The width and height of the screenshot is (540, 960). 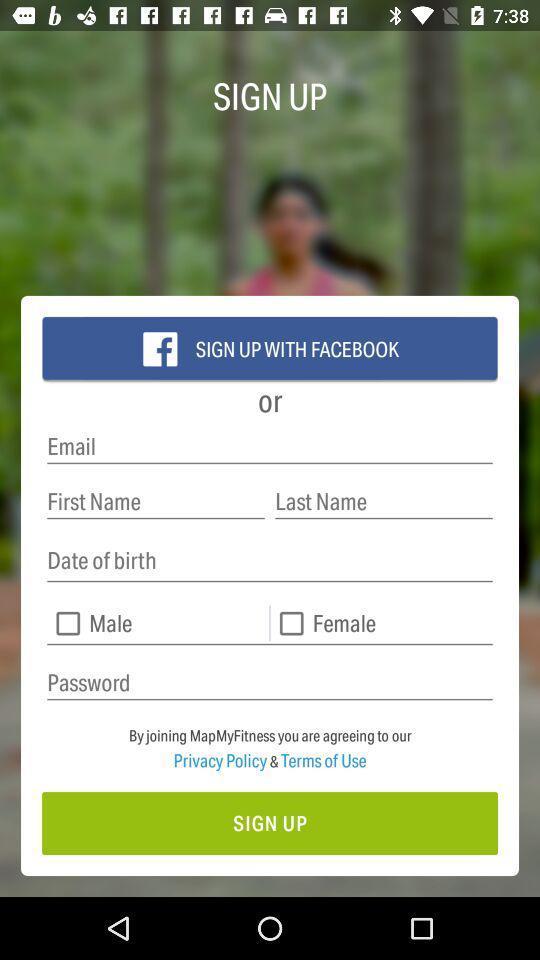 I want to click on first name sign up, so click(x=155, y=500).